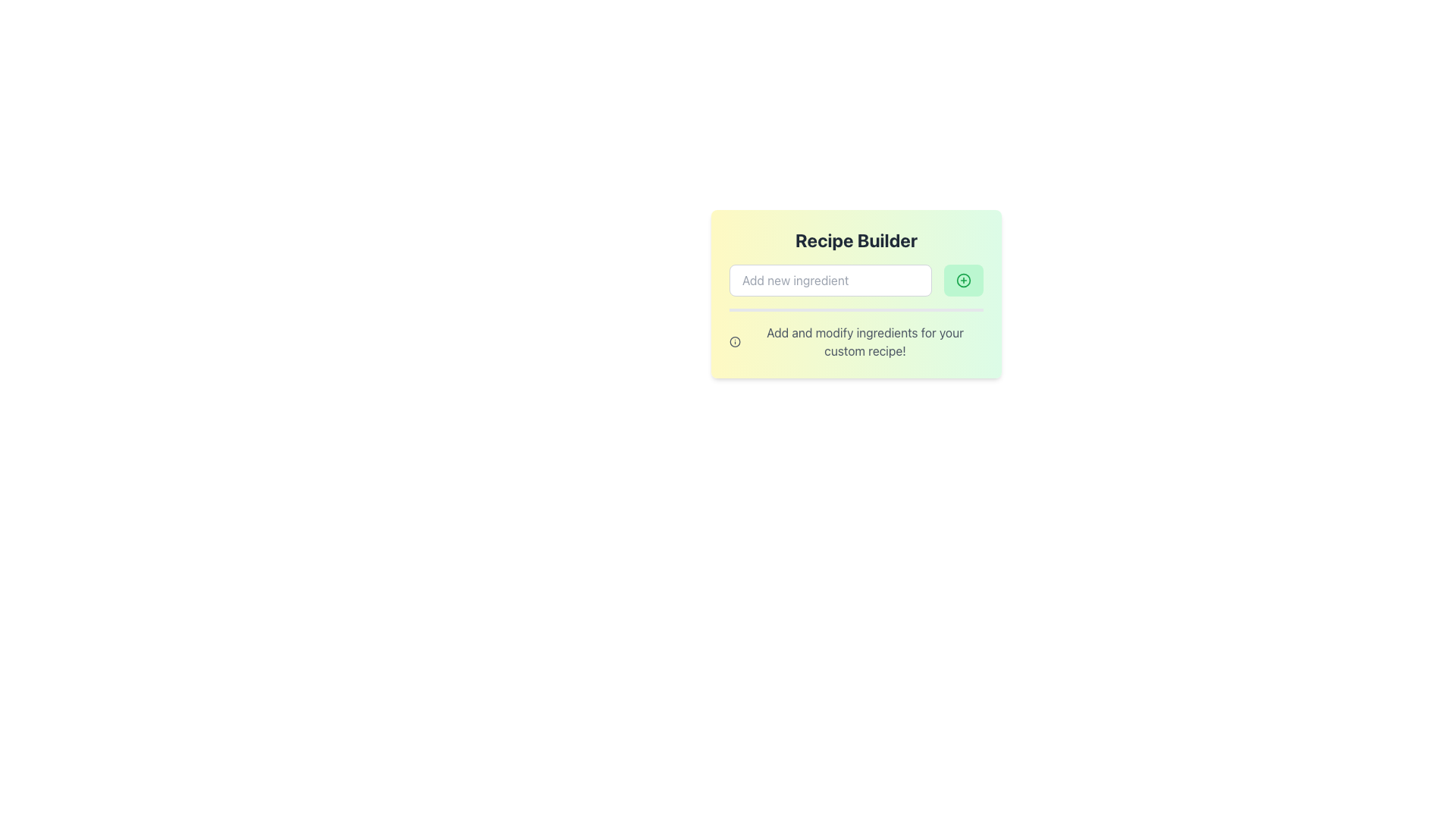  Describe the element at coordinates (865, 342) in the screenshot. I see `the instructional text element stating 'Add and modify ingredients for your custom recipe!', which is styled with gray text and is part of the 'Recipe Builder' box` at that location.